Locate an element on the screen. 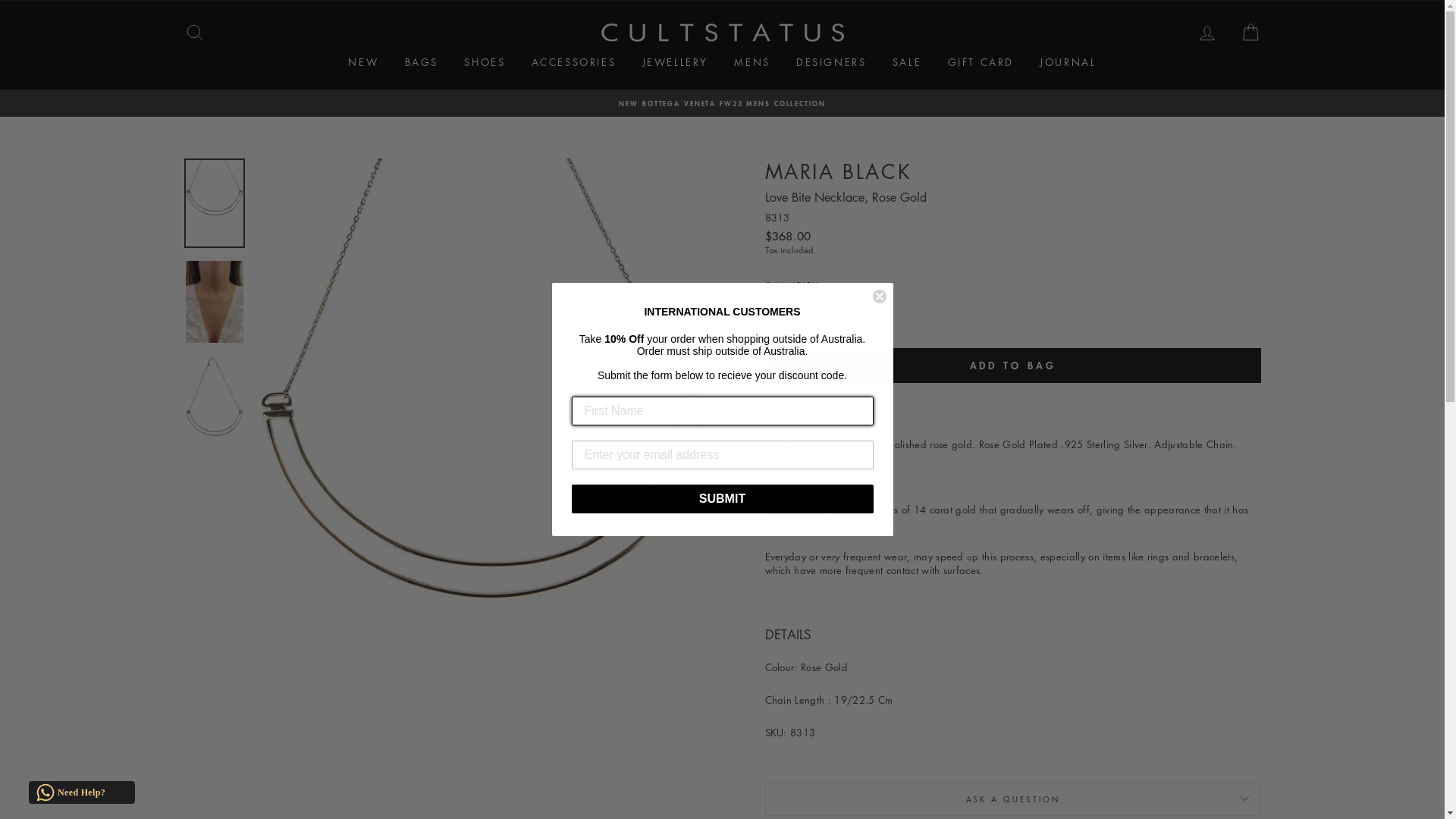 The image size is (1456, 819). 'MARIA BLACK' is located at coordinates (836, 171).